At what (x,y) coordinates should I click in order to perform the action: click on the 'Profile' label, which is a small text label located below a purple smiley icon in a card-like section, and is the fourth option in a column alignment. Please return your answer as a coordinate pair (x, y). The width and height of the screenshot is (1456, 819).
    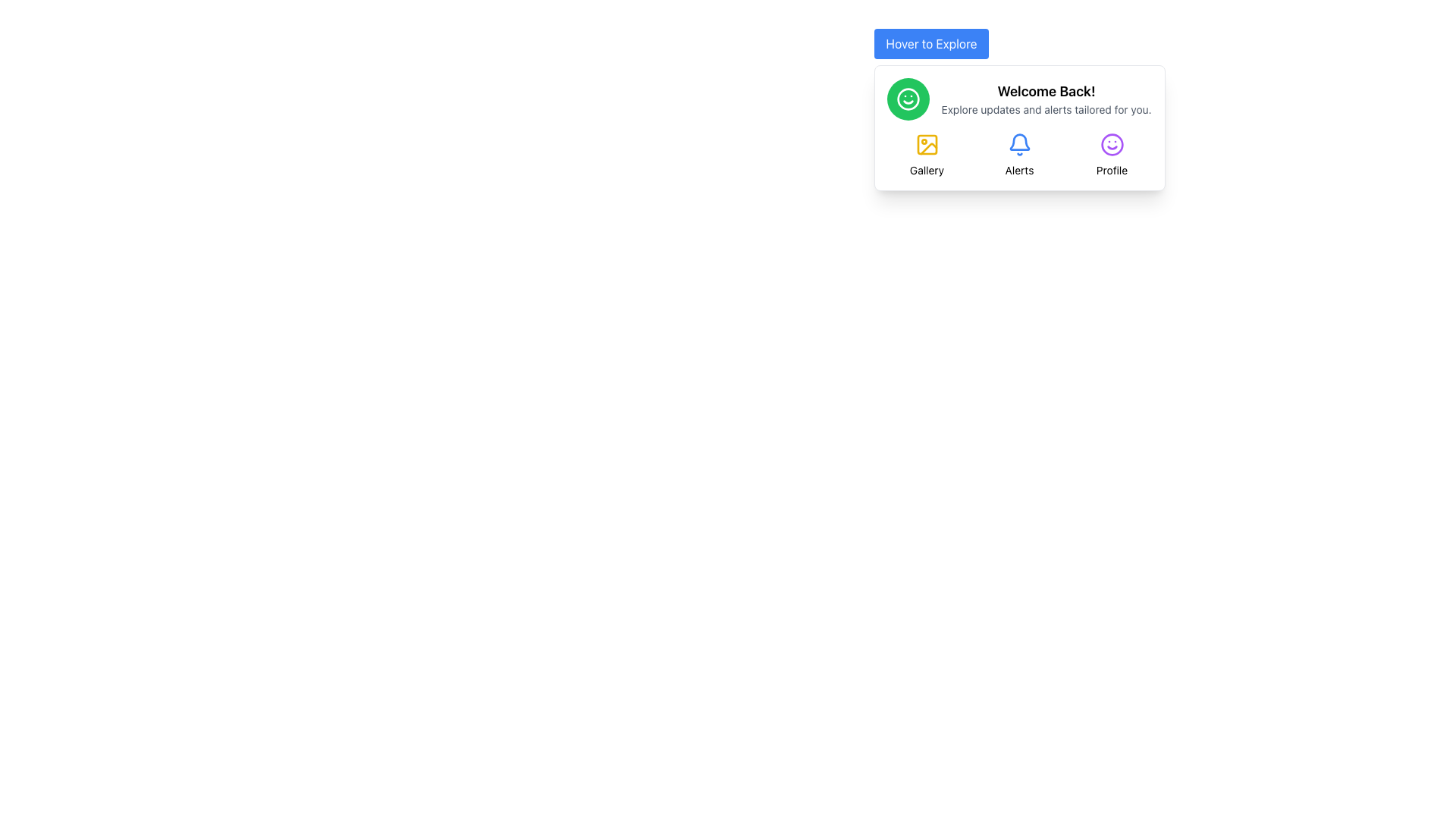
    Looking at the image, I should click on (1112, 170).